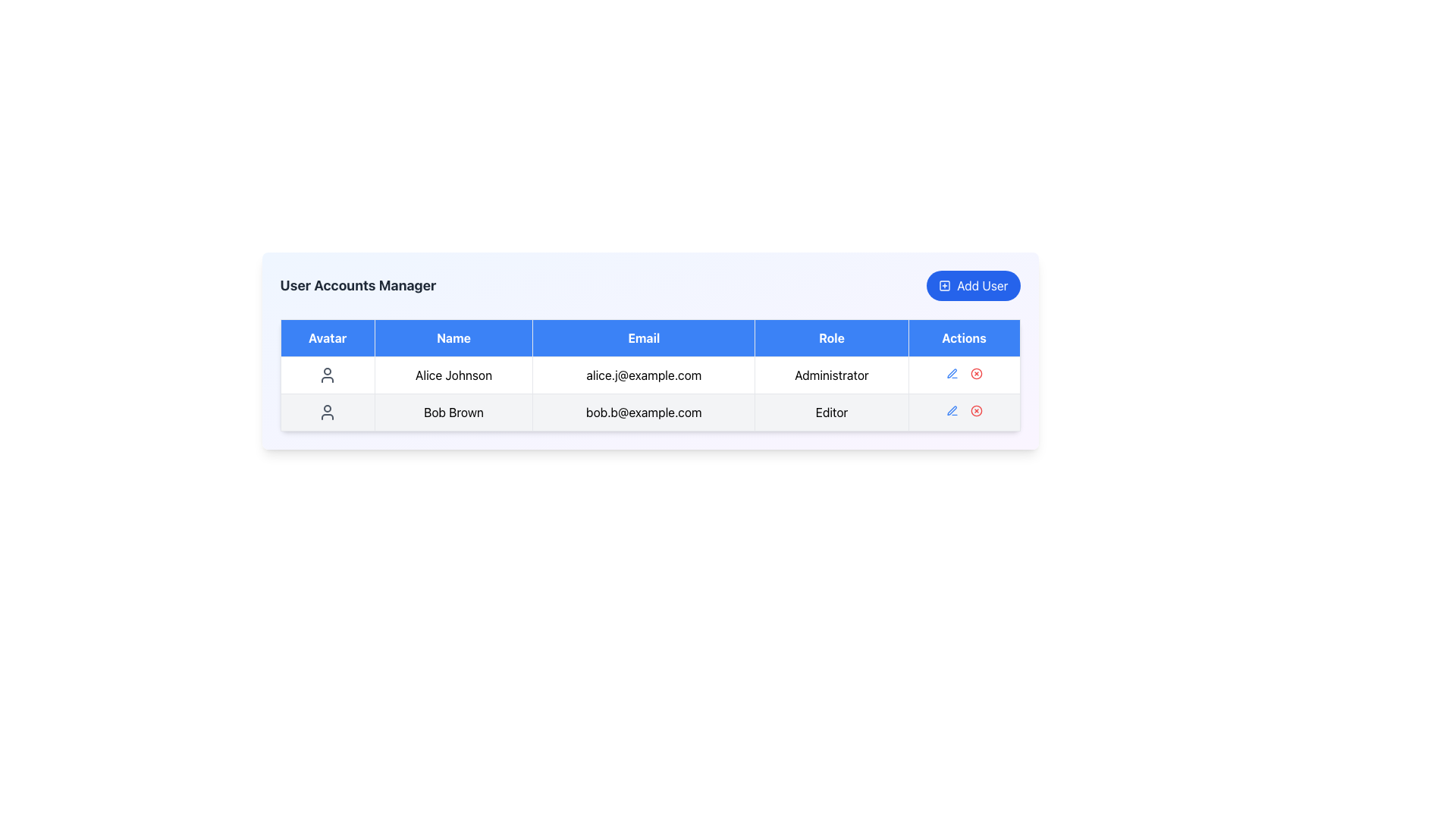 Image resolution: width=1456 pixels, height=819 pixels. I want to click on the fifth and rightmost column header in the grid layout of the table, located at the top-right corner of the header row, so click(963, 337).